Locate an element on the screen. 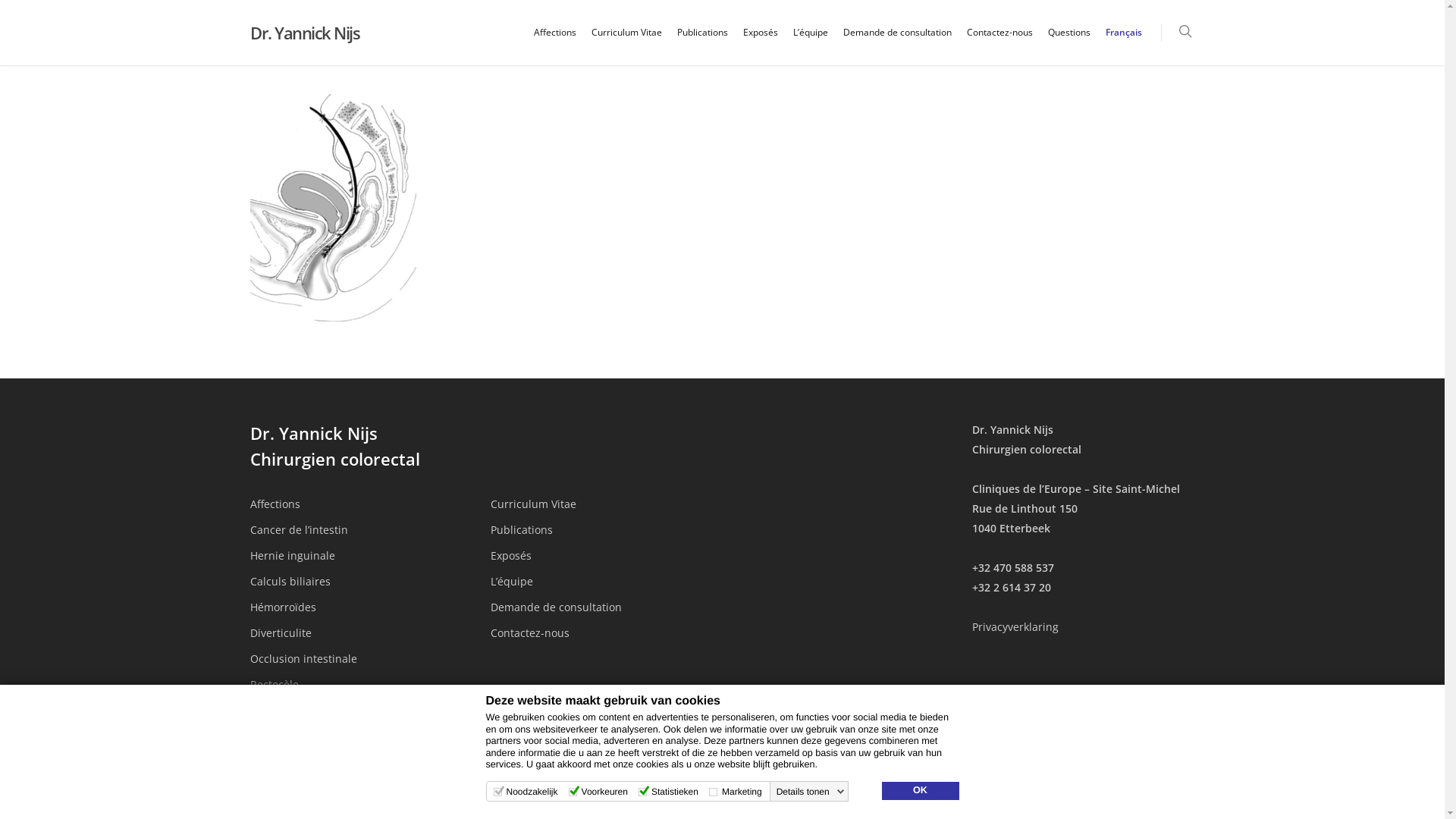 The height and width of the screenshot is (819, 1456). 'Contactez-nous' is located at coordinates (601, 632).